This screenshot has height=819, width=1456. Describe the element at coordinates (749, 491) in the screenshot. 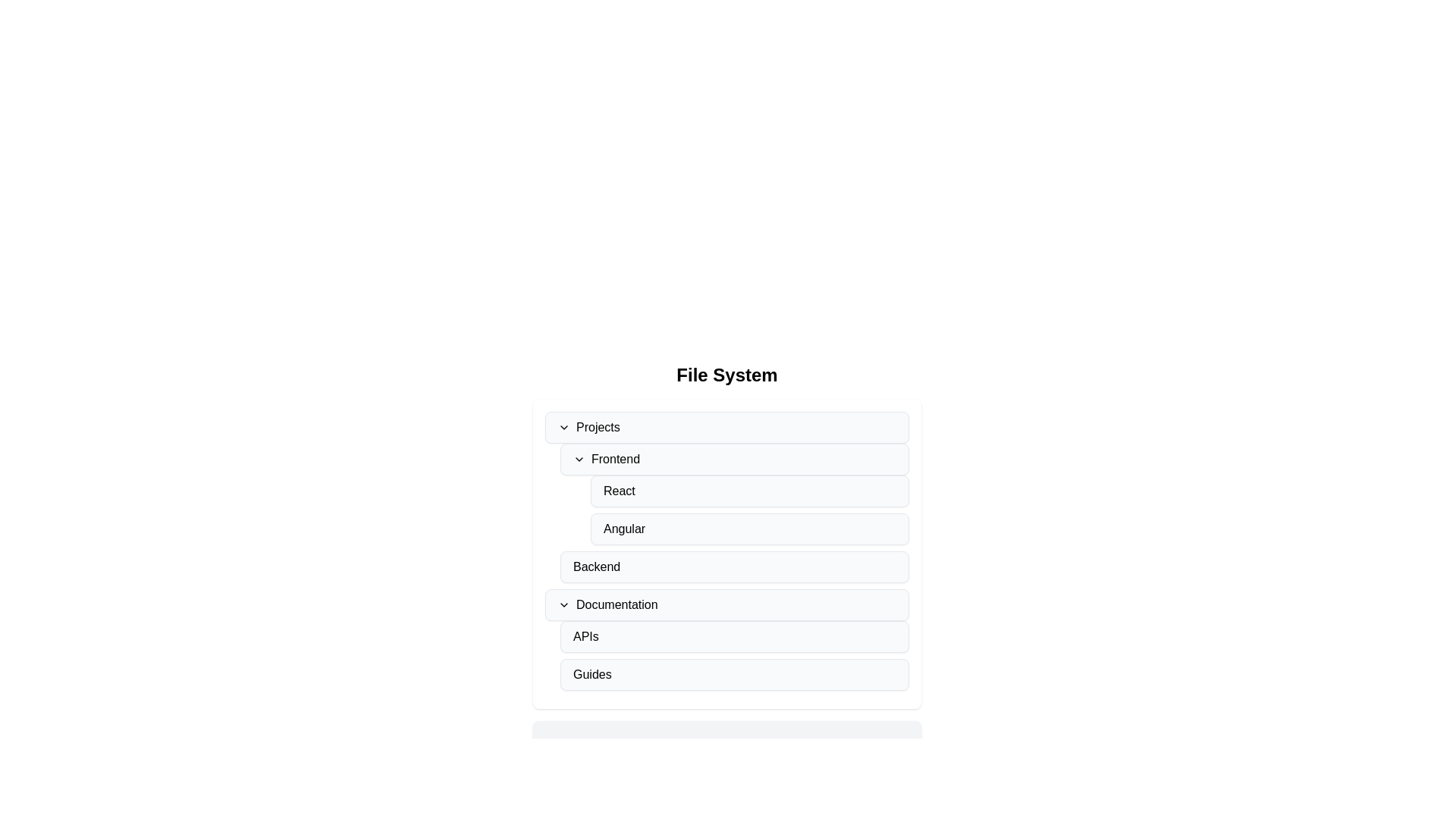

I see `the 'React' button located in the 'Frontend' section of the navigational list` at that location.